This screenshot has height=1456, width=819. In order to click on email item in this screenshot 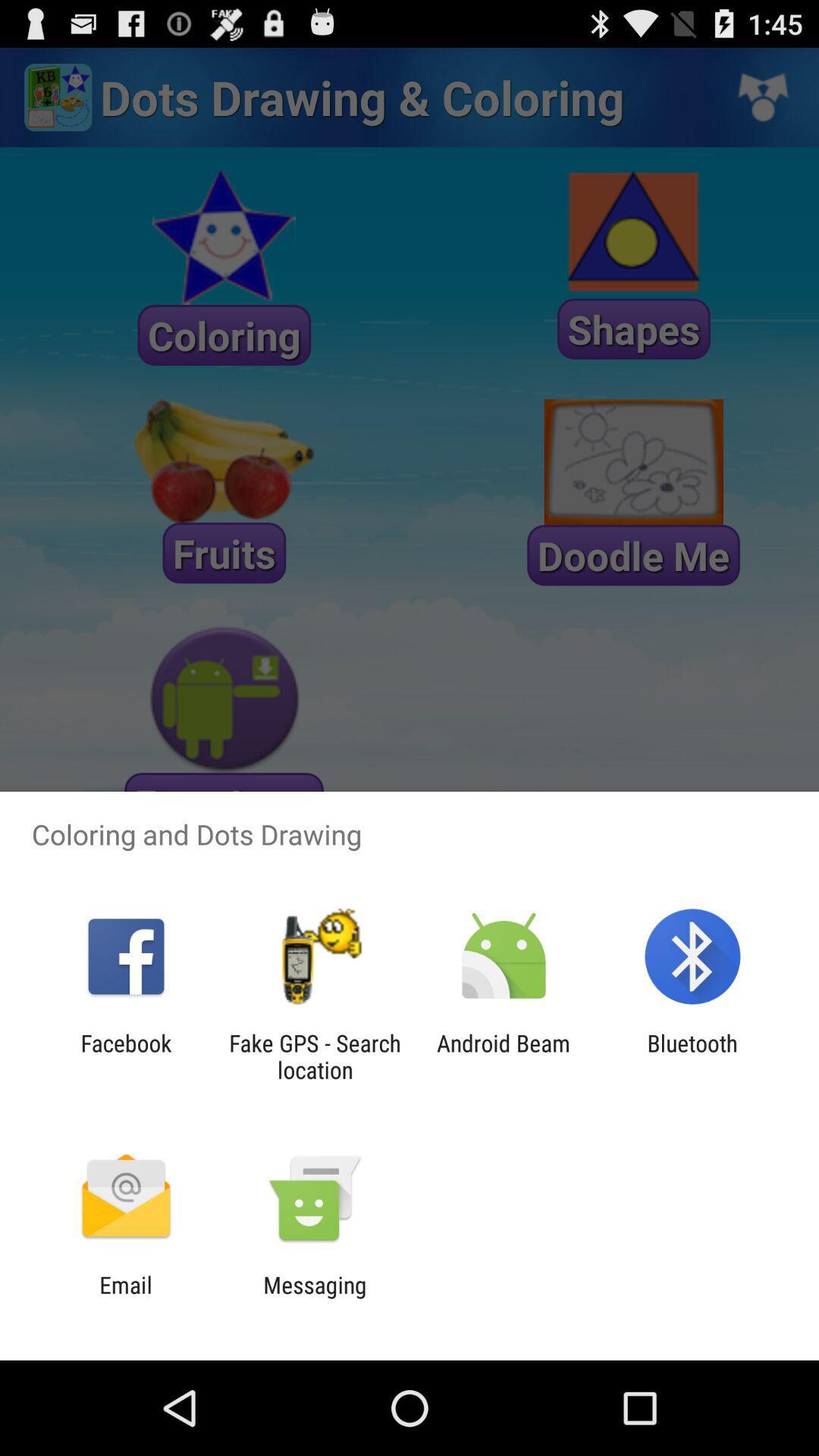, I will do `click(125, 1298)`.